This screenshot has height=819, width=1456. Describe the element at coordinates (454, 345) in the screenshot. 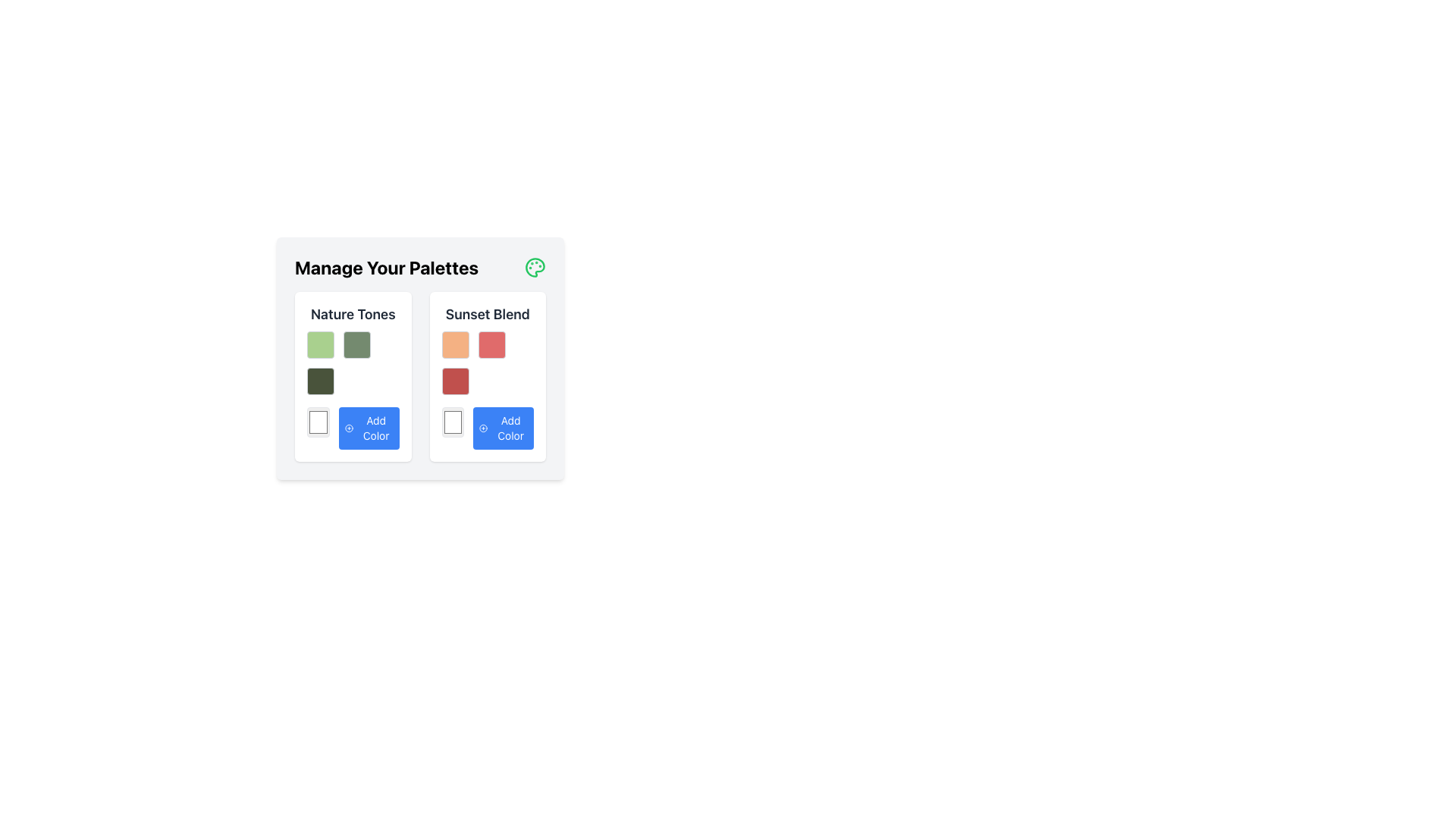

I see `the soft orange Color Swatch with rounded corners from the 'Sunset Blend' section` at that location.